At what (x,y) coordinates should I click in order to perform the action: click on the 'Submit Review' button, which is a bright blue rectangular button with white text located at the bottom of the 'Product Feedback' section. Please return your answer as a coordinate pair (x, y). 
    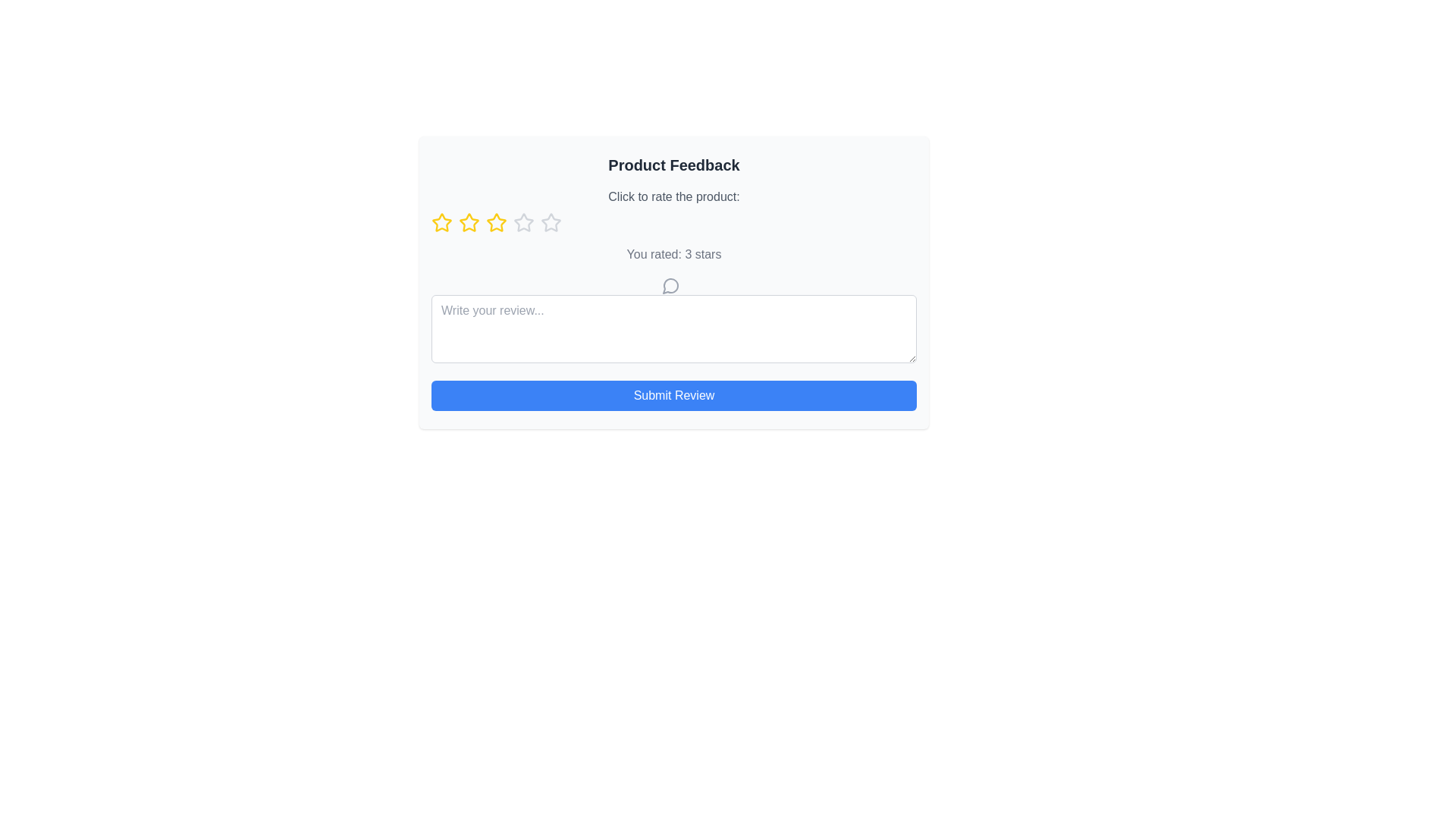
    Looking at the image, I should click on (673, 394).